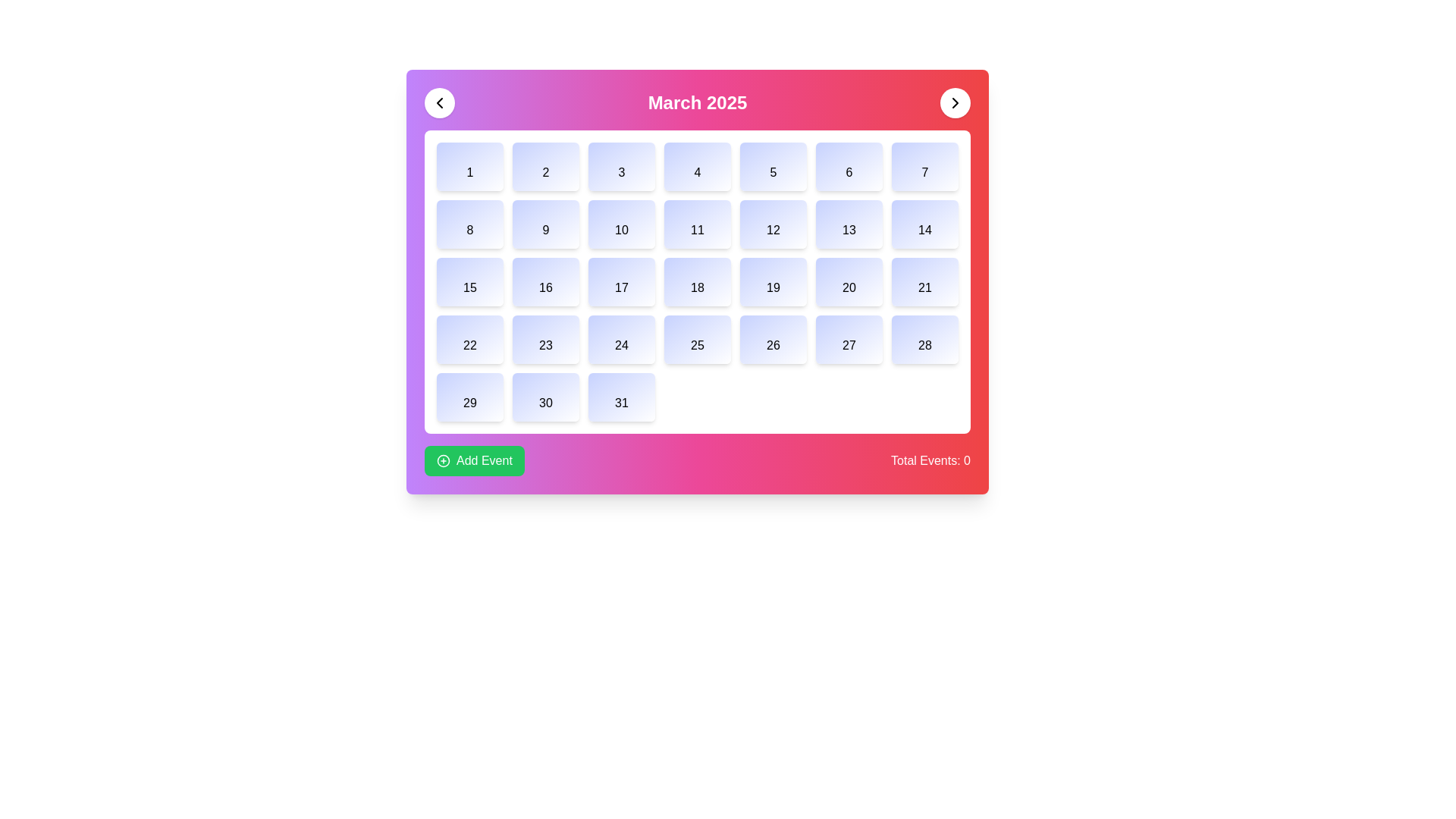 This screenshot has height=819, width=1456. What do you see at coordinates (469, 281) in the screenshot?
I see `the calendar day tile located in the third row and first column of the calendar grid` at bounding box center [469, 281].